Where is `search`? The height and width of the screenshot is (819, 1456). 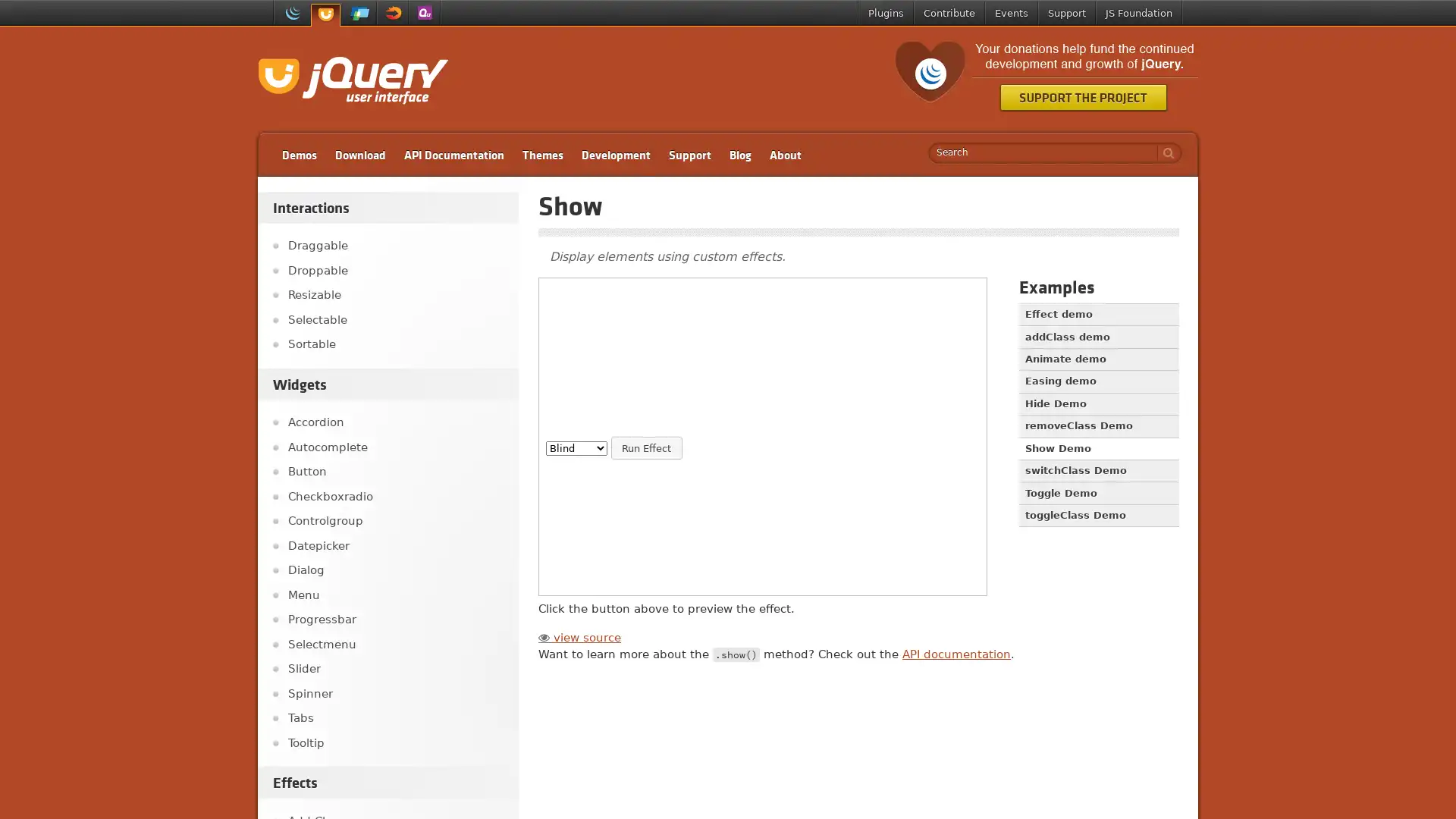 search is located at coordinates (1164, 152).